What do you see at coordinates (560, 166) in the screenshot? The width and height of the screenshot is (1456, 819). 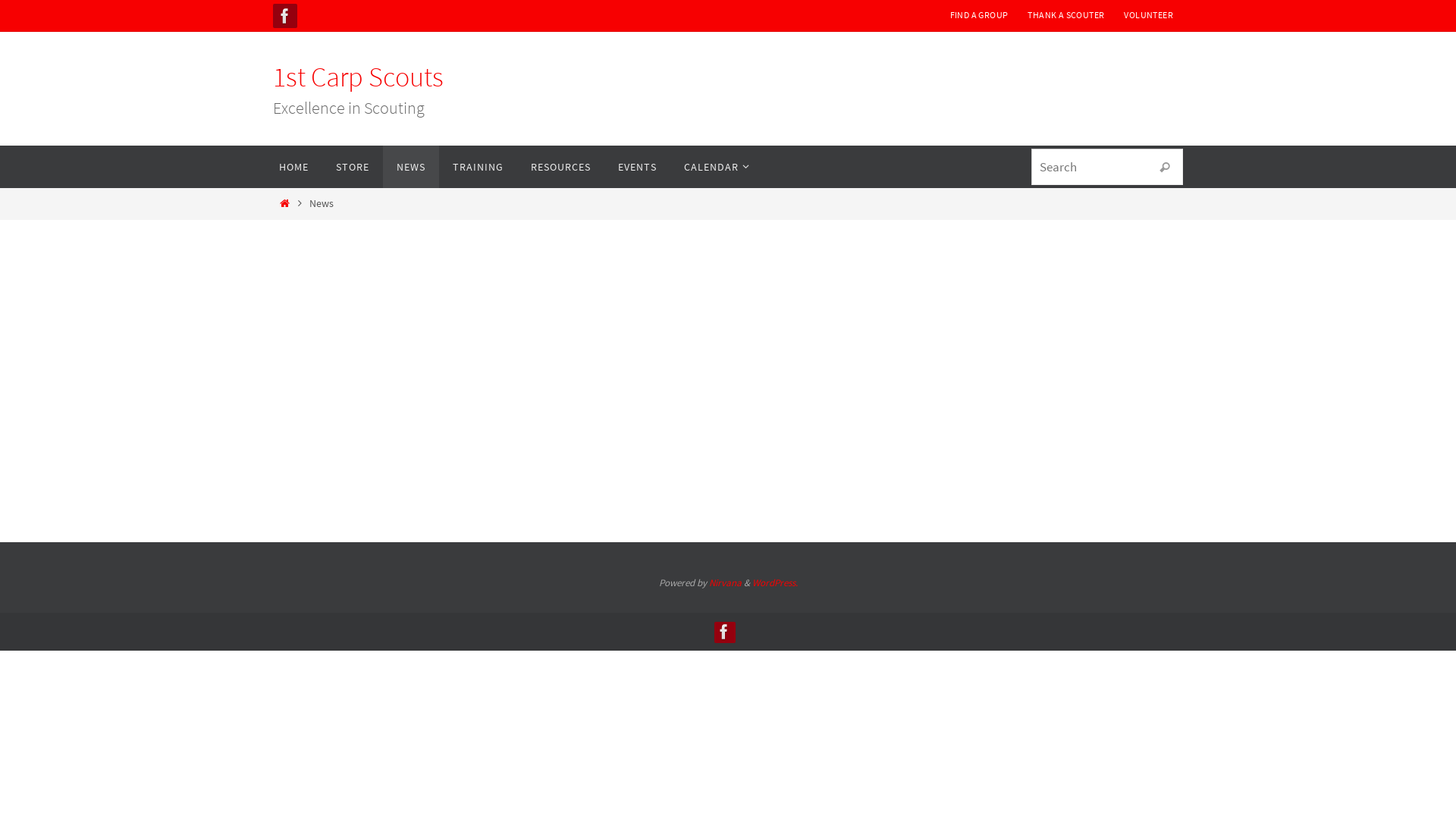 I see `'RESOURCES'` at bounding box center [560, 166].